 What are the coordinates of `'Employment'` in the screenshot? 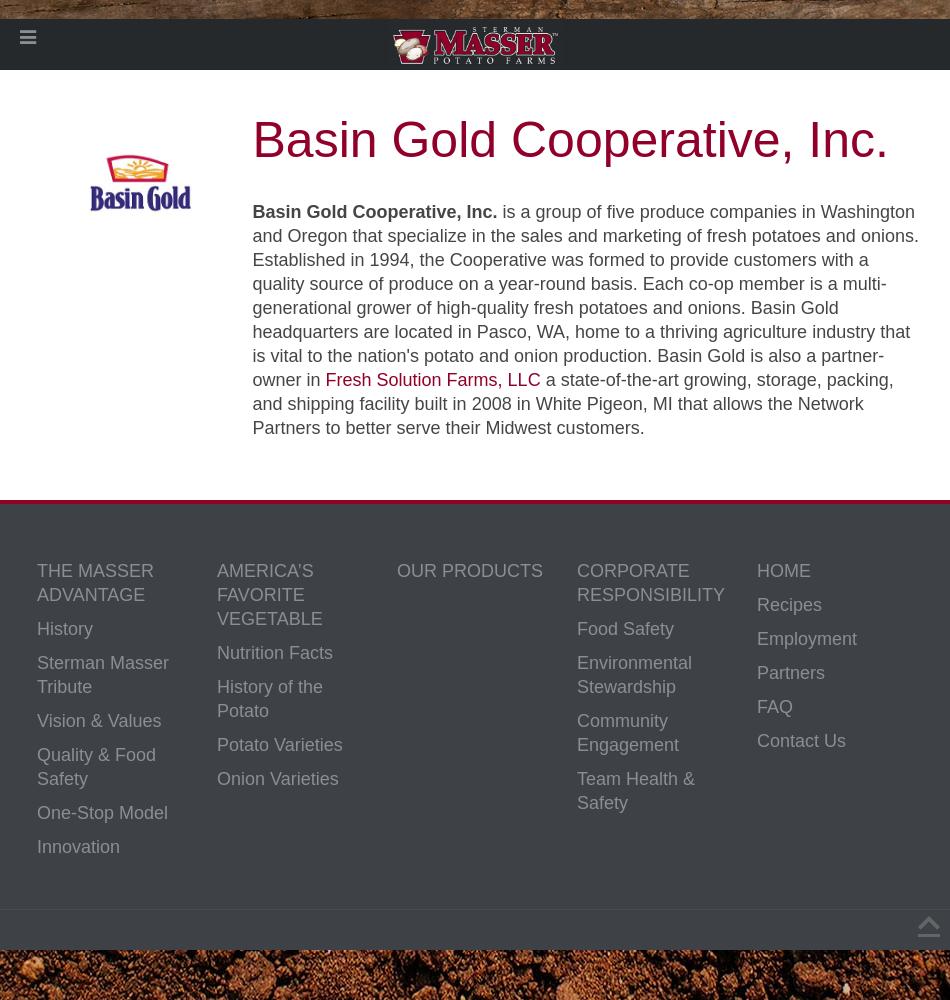 It's located at (806, 639).